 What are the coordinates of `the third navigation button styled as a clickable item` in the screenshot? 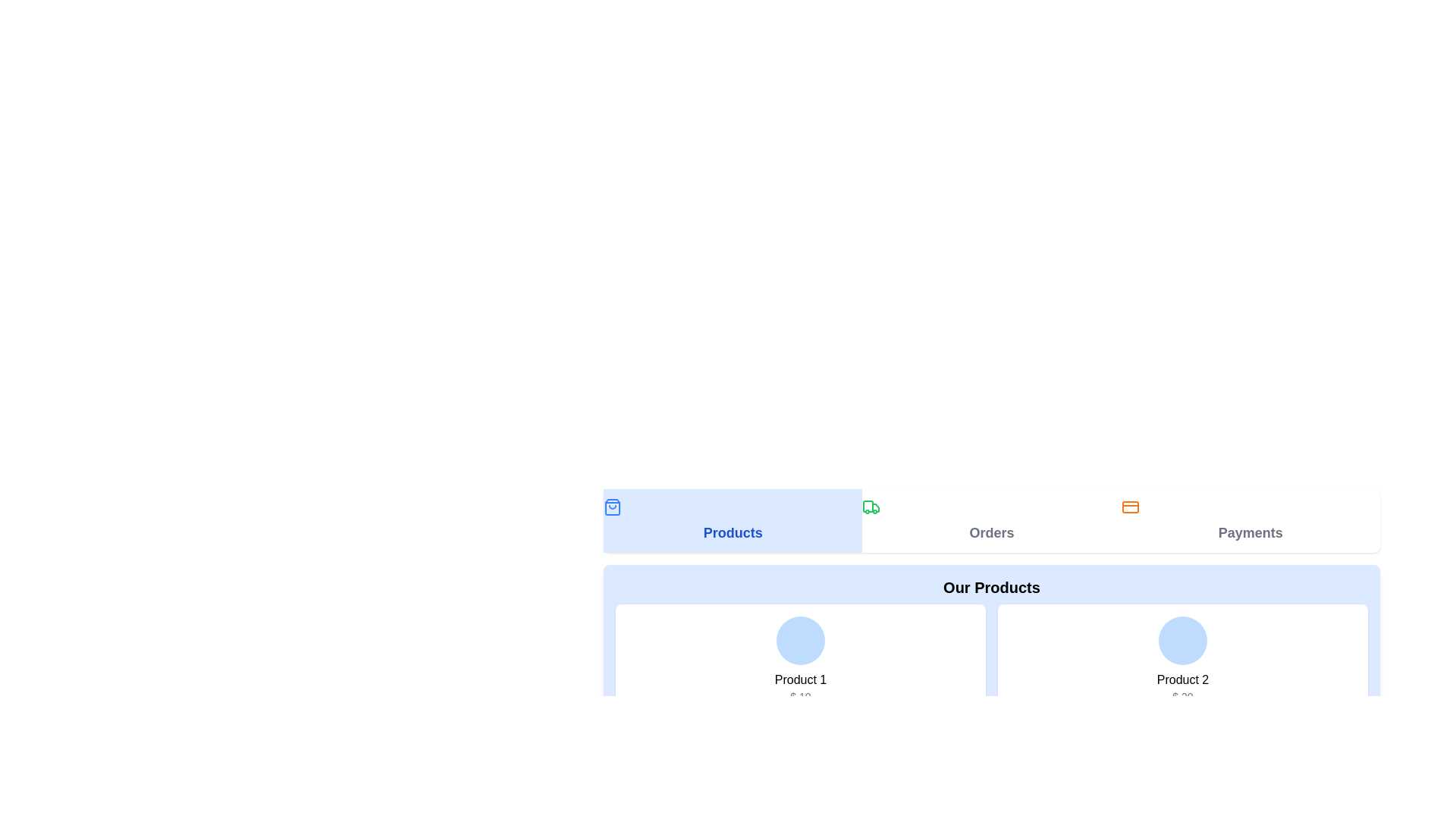 It's located at (1250, 519).